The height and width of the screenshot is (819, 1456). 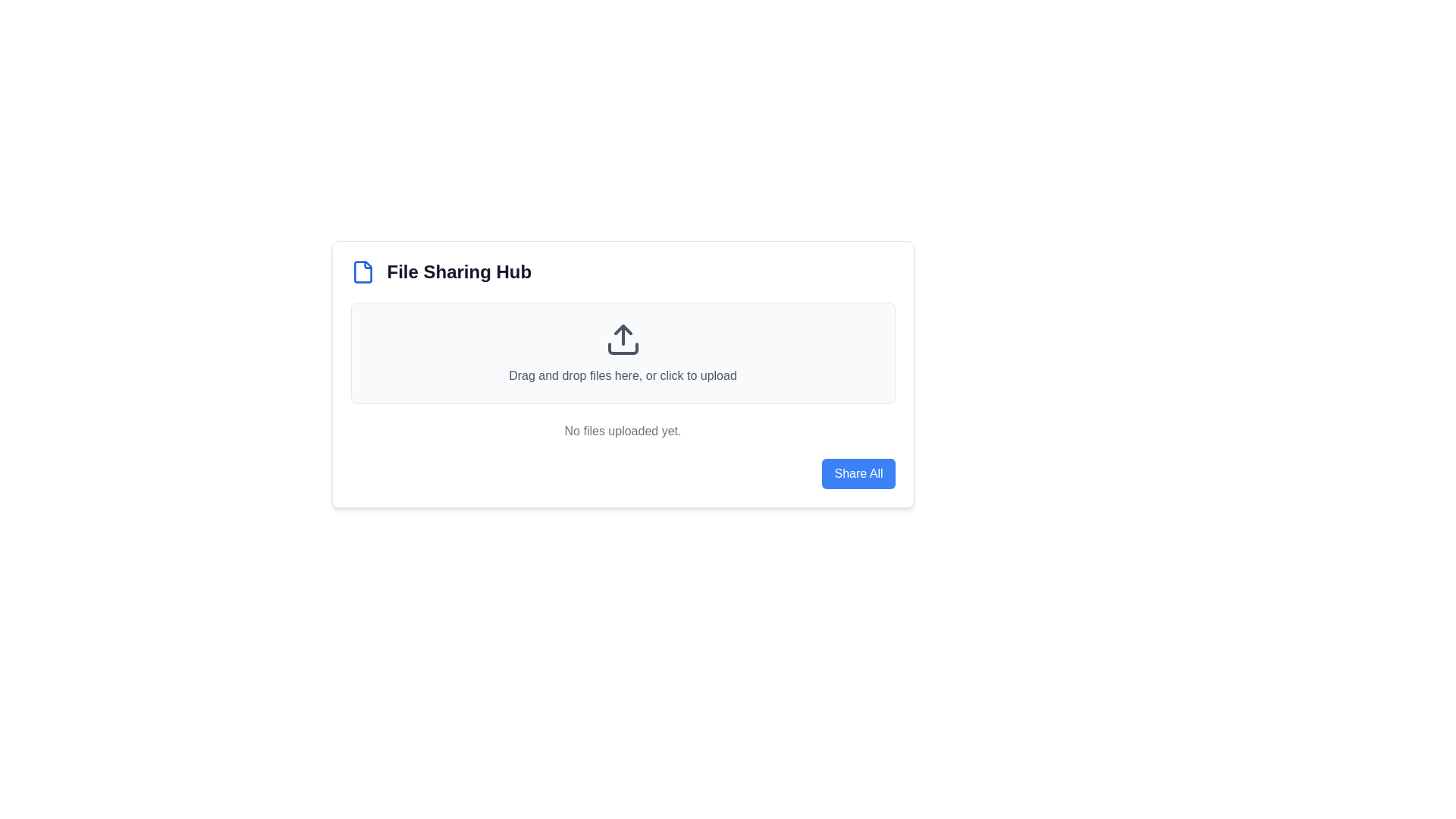 What do you see at coordinates (623, 329) in the screenshot?
I see `the upward-pointing arrow of the upload icon within the file upload interface, which represents the upload action` at bounding box center [623, 329].